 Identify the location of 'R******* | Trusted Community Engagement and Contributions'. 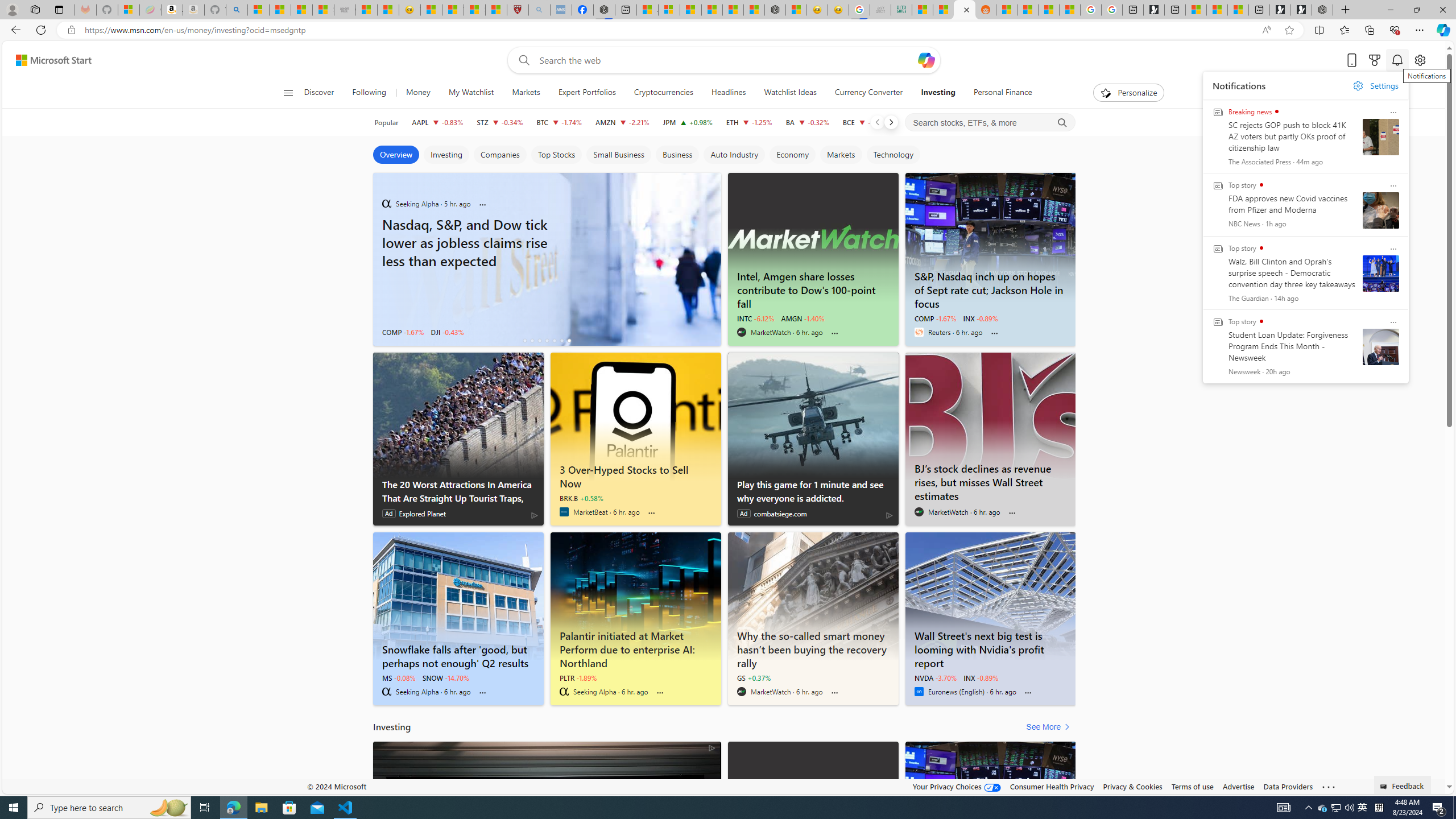
(1006, 9).